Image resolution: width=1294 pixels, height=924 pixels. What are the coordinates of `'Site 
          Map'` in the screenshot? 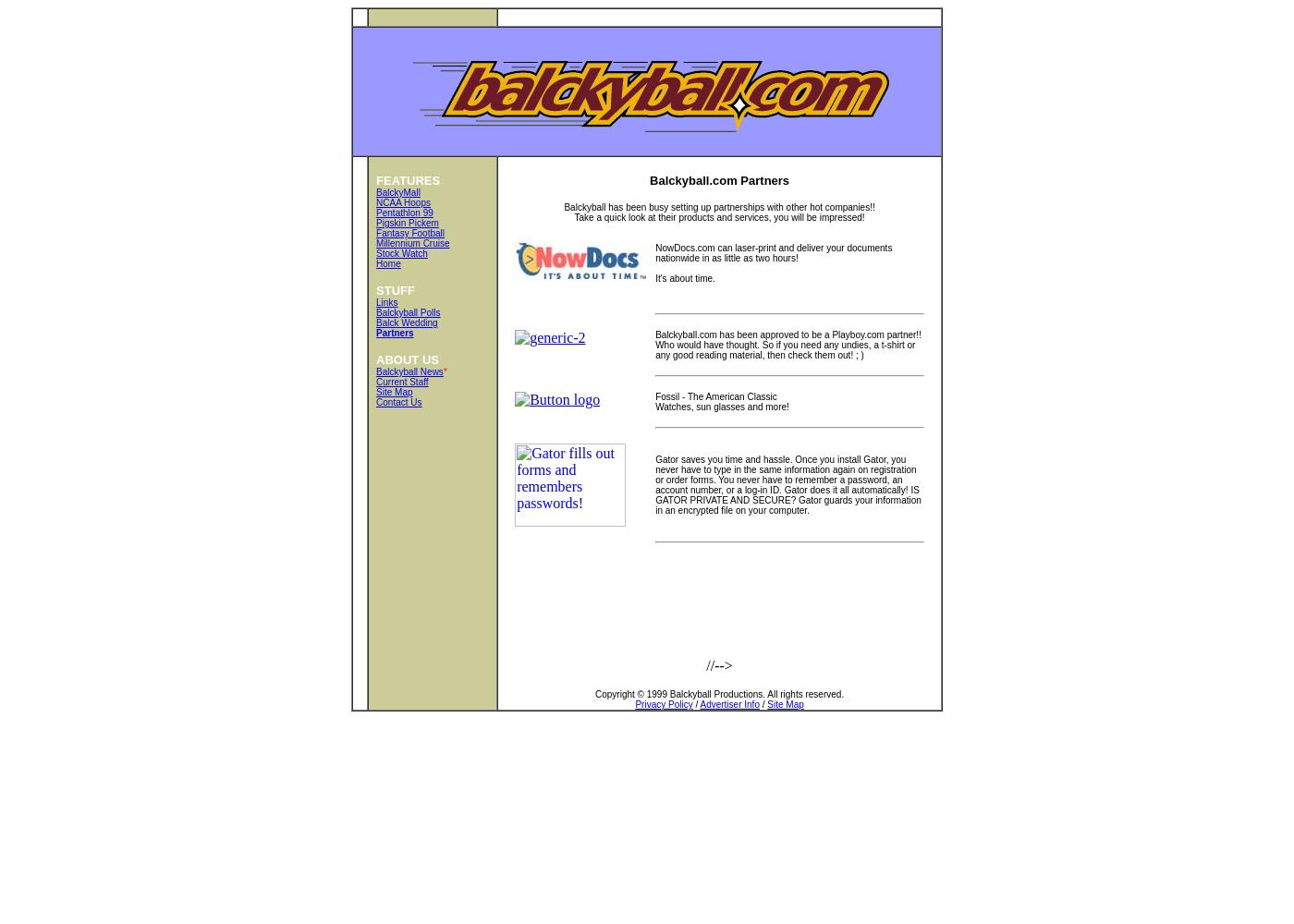 It's located at (394, 392).